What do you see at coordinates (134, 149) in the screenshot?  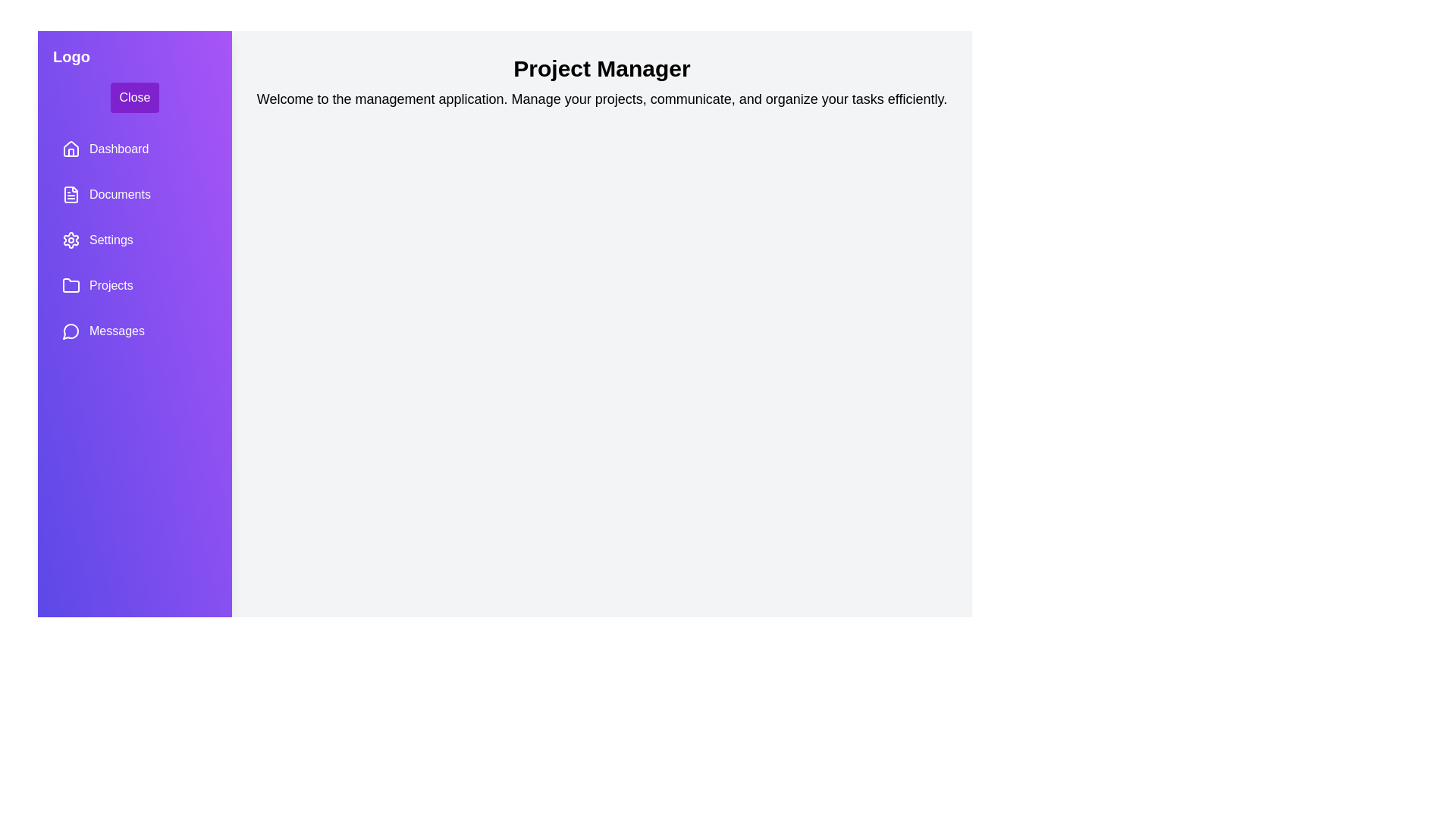 I see `the navigation item labeled Dashboard to navigate to the respective section` at bounding box center [134, 149].